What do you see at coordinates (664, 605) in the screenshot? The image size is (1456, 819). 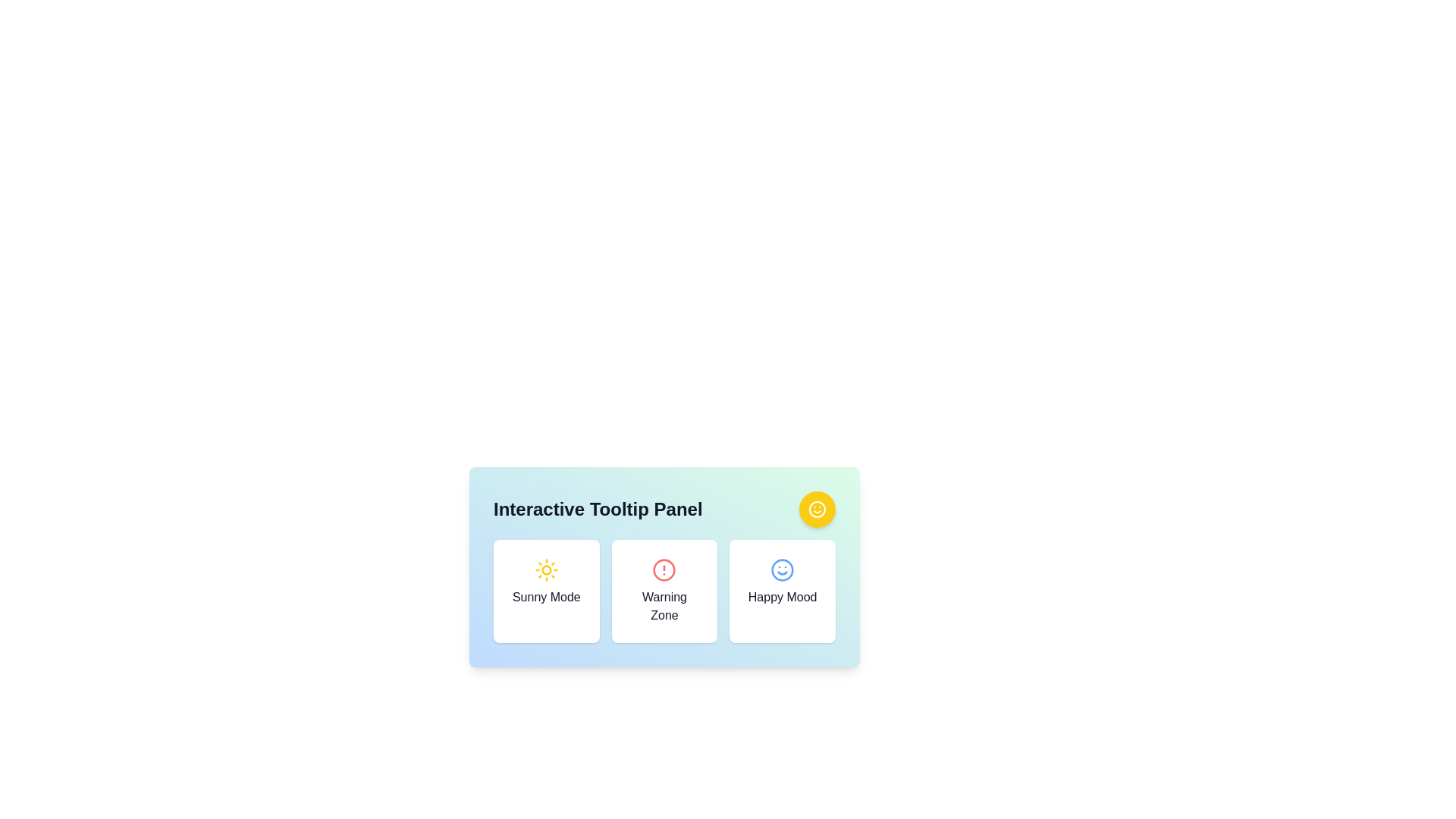 I see `the 'Warning Zone' text label, which is centrally positioned beneath the warning icon in the second panel between 'Sunny Mode' and 'Happy Mood'` at bounding box center [664, 605].